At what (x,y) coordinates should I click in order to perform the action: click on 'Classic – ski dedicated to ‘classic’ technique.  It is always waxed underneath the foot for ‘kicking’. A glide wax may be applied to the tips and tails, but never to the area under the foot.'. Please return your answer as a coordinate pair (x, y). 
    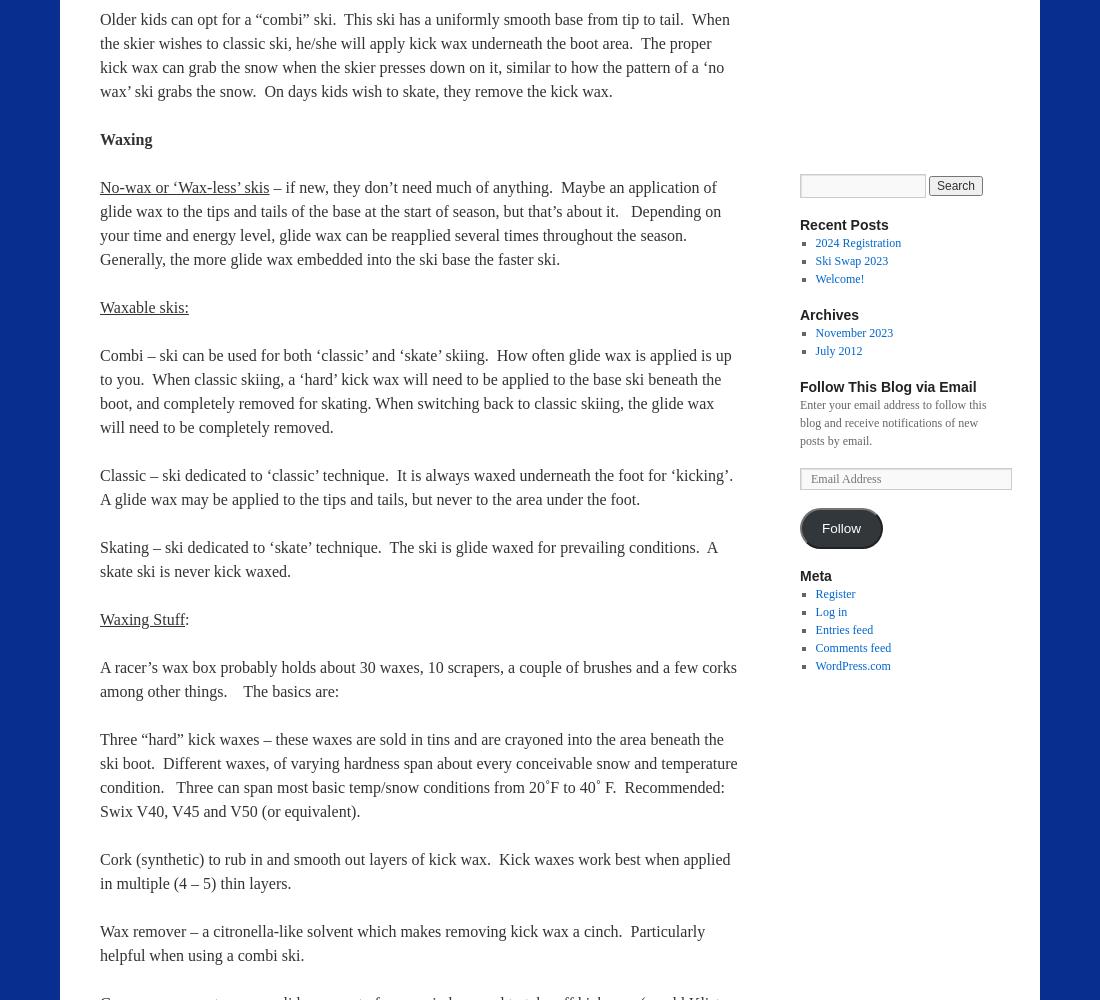
    Looking at the image, I should click on (415, 486).